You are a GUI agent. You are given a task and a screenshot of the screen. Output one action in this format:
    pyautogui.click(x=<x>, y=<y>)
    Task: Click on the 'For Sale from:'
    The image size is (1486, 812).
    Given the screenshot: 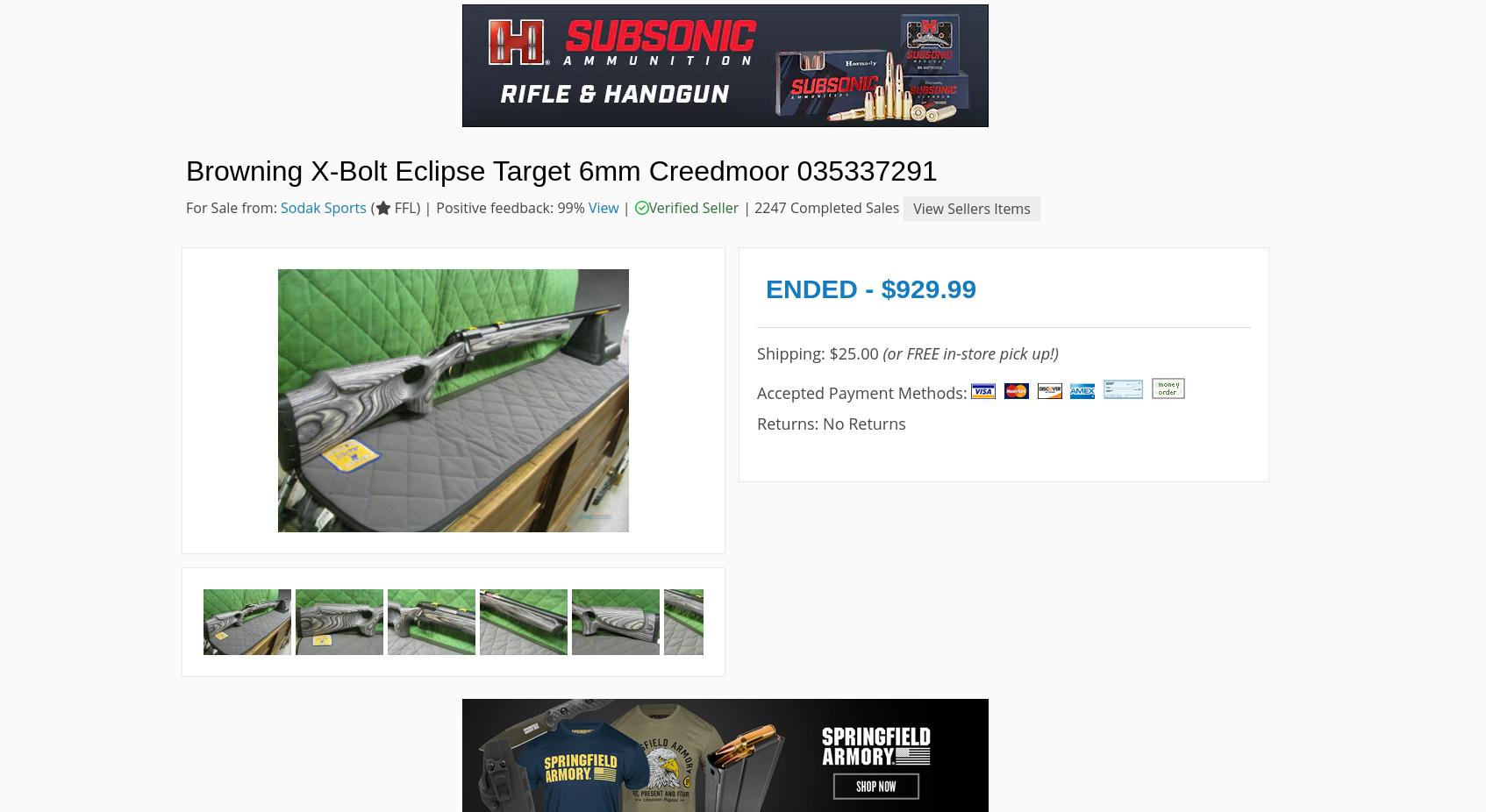 What is the action you would take?
    pyautogui.click(x=185, y=207)
    